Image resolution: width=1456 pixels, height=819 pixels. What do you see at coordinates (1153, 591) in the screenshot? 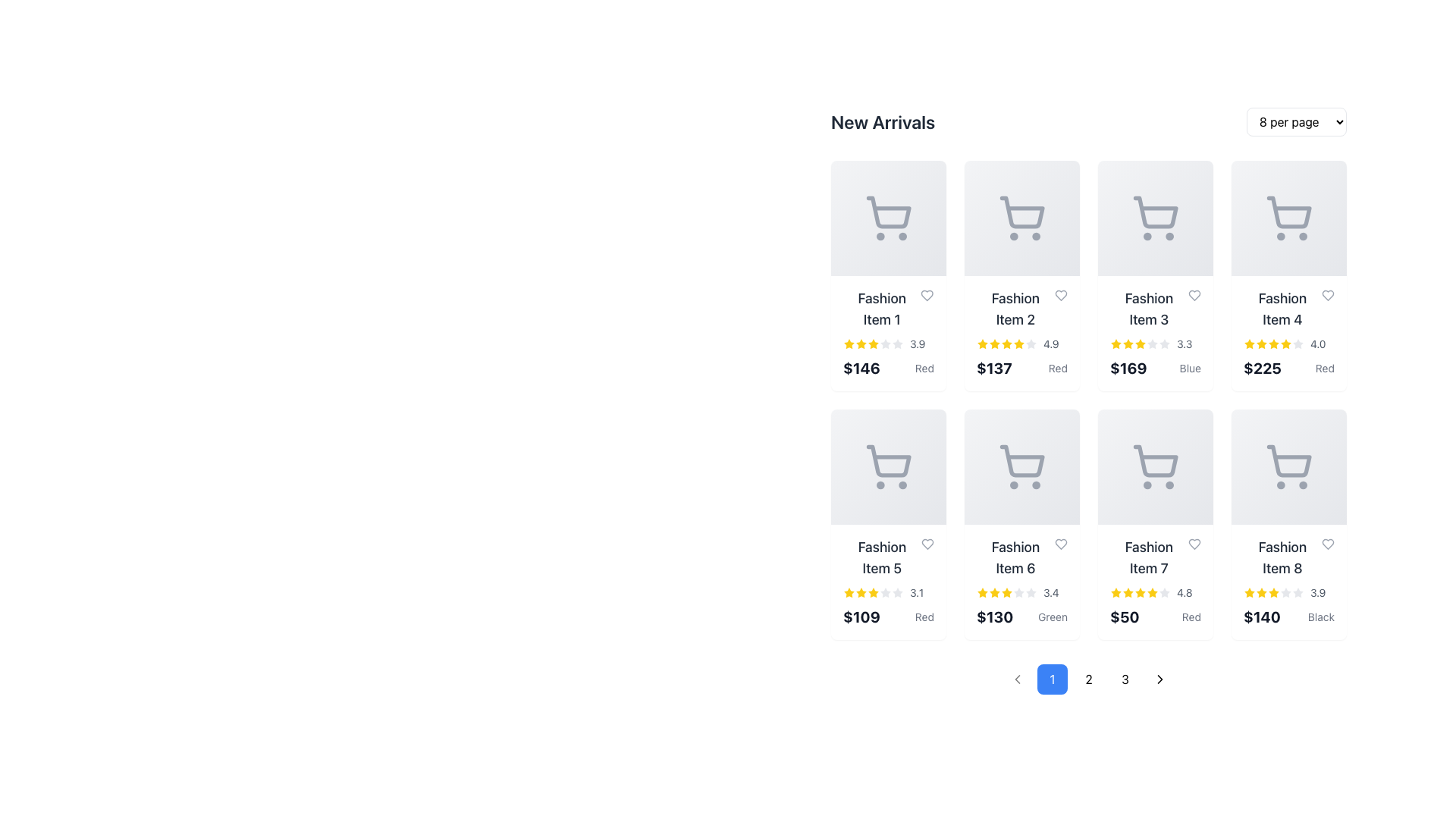
I see `the fourth star icon in the rating system for the product labeled 'Fashion Item 7', which is located in the second row, third column of the grid` at bounding box center [1153, 591].